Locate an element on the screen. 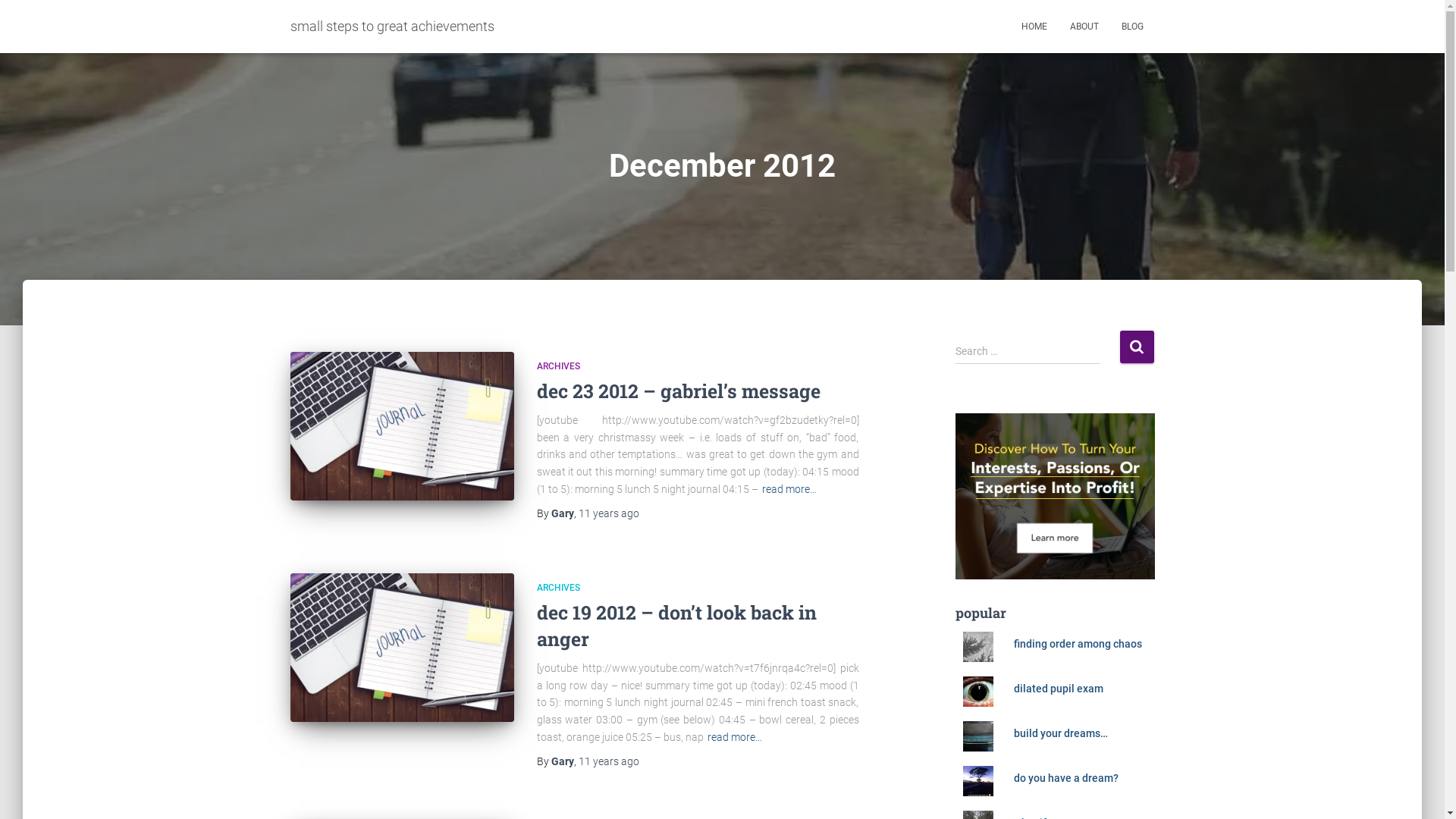  'dilated pupil exam' is located at coordinates (1058, 688).